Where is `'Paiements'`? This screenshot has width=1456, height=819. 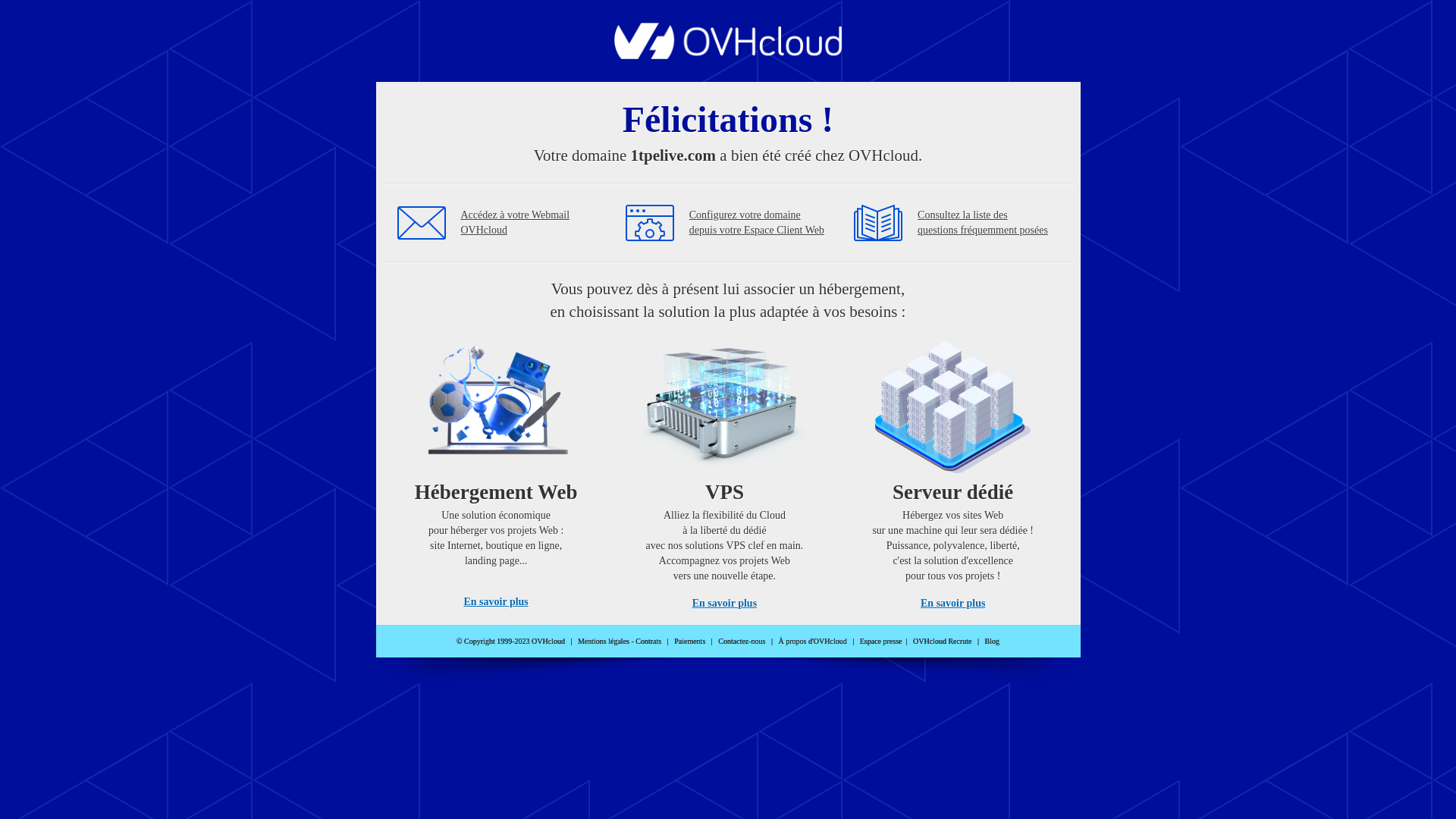
'Paiements' is located at coordinates (689, 641).